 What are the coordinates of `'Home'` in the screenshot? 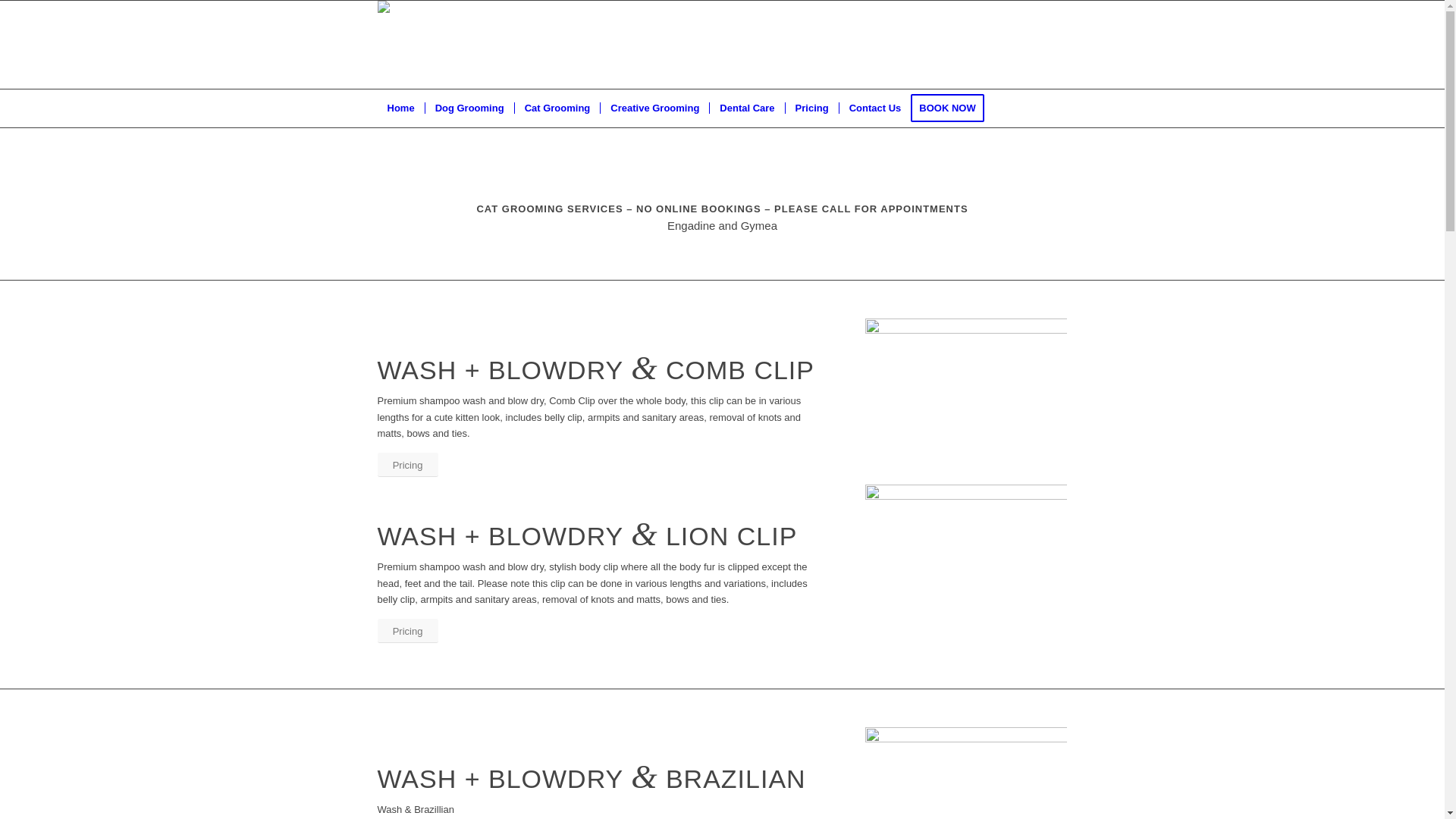 It's located at (400, 107).